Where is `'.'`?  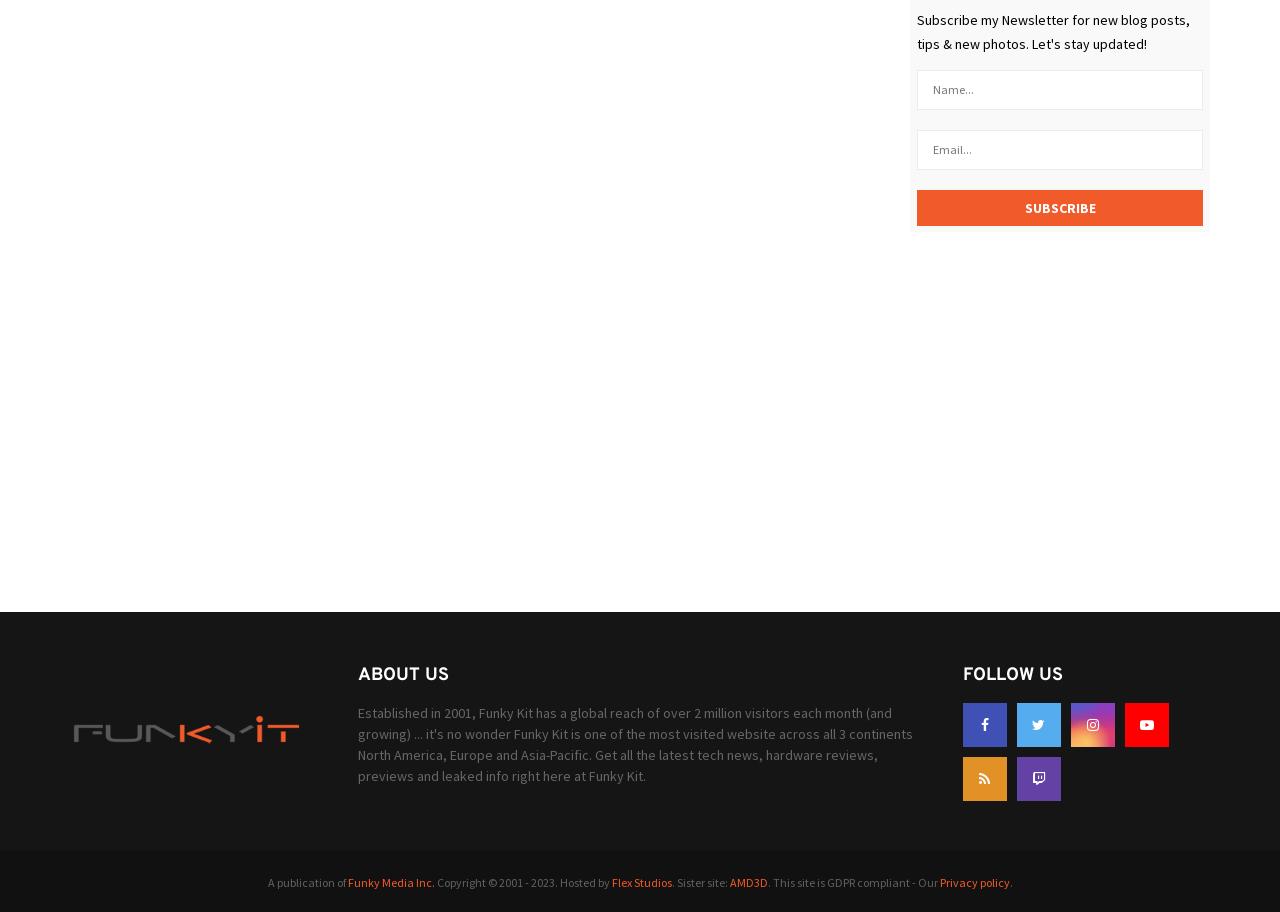
'.' is located at coordinates (1010, 880).